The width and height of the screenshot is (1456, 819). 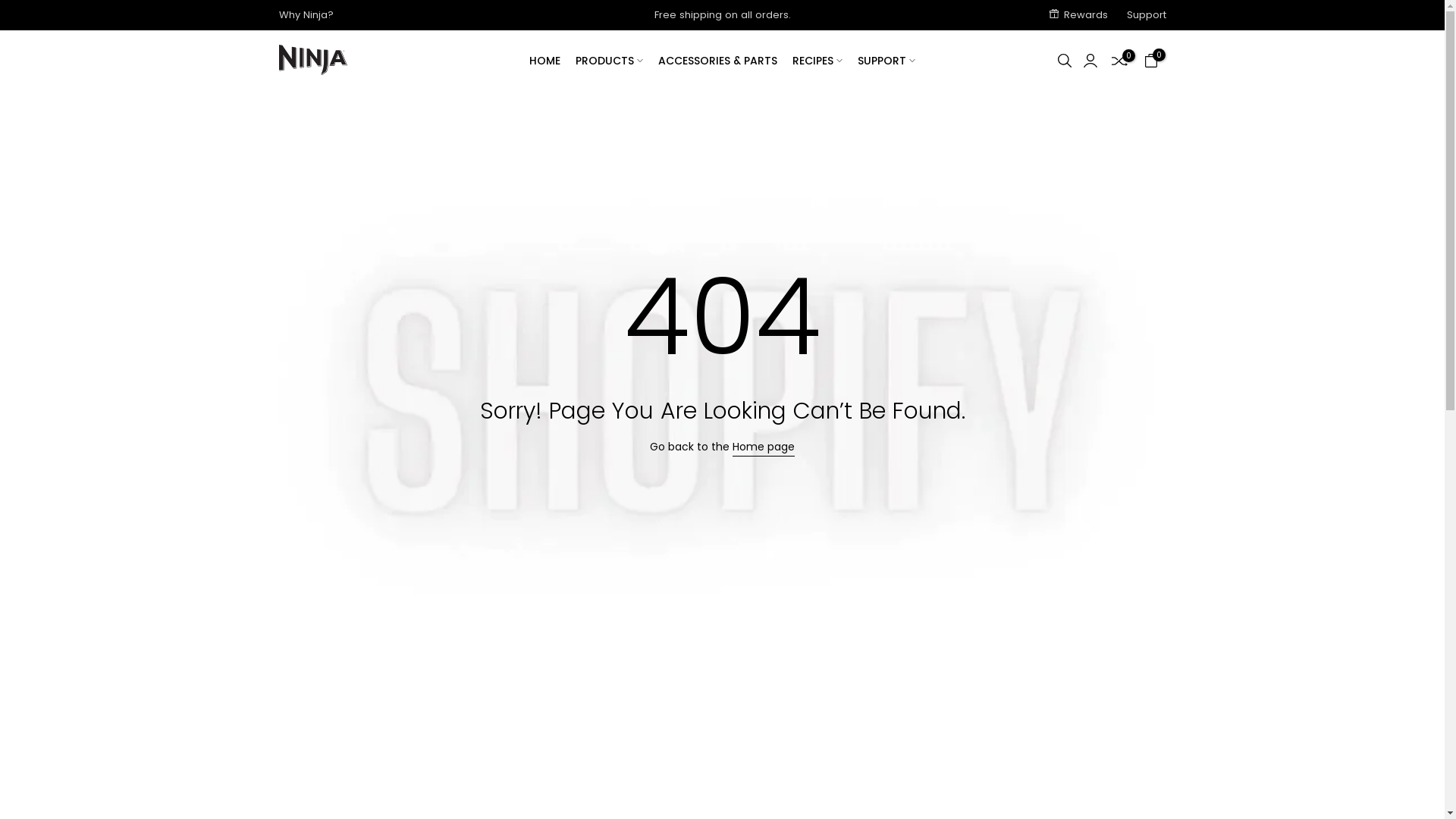 I want to click on 'SUPPORT', so click(x=882, y=60).